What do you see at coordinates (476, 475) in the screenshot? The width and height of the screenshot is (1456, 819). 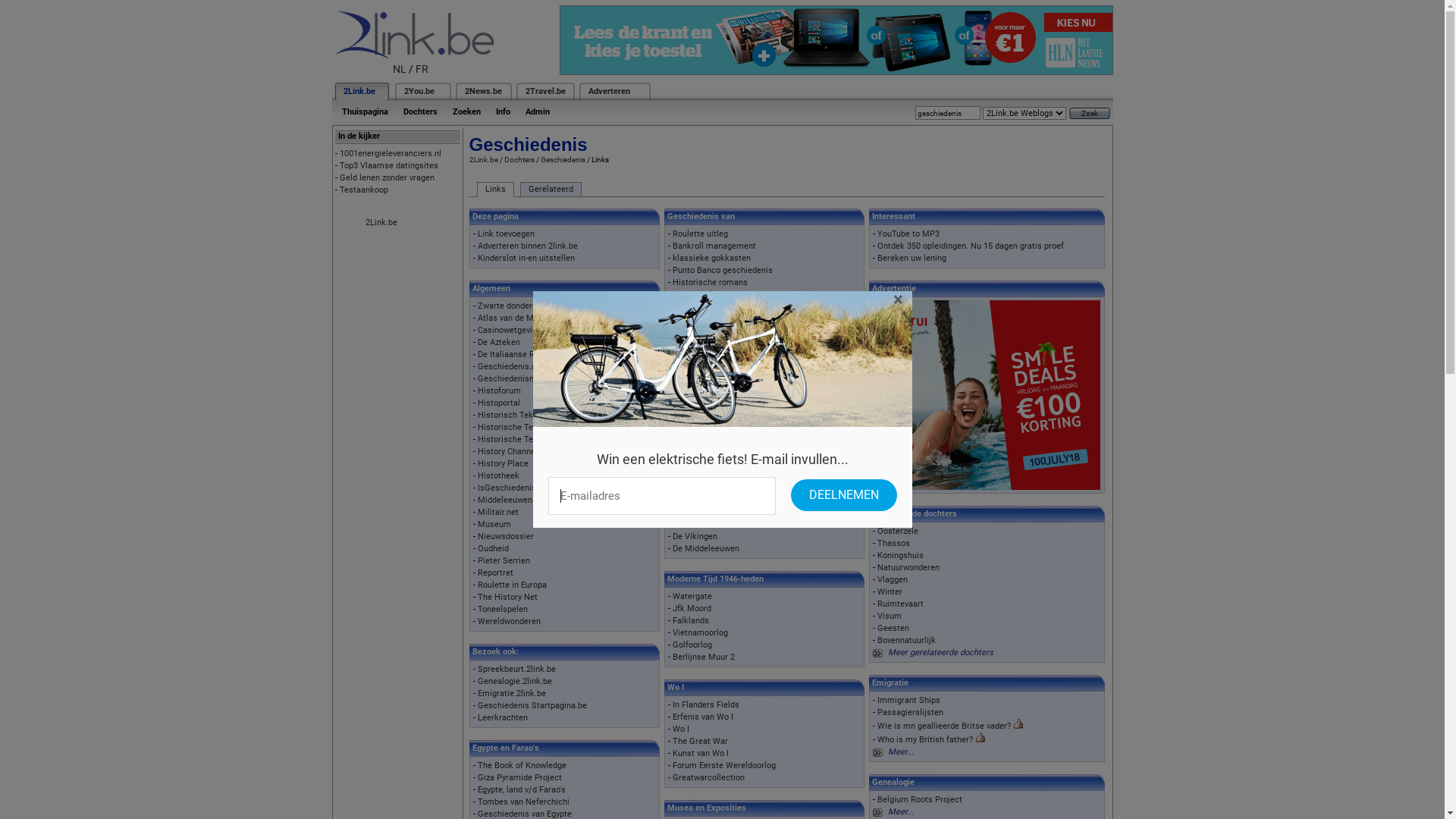 I see `'Histotheek'` at bounding box center [476, 475].